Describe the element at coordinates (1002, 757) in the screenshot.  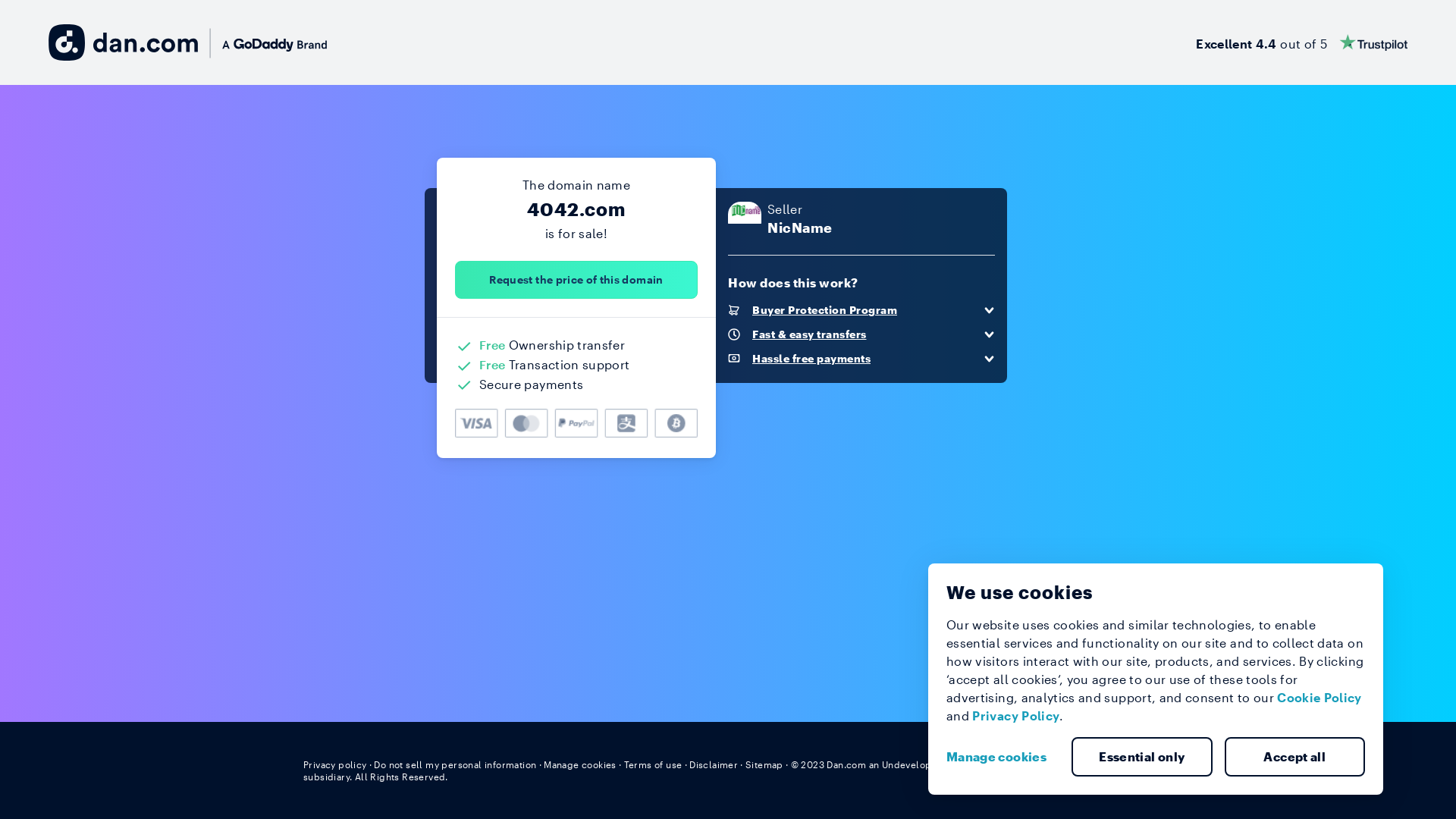
I see `'Manage cookies'` at that location.